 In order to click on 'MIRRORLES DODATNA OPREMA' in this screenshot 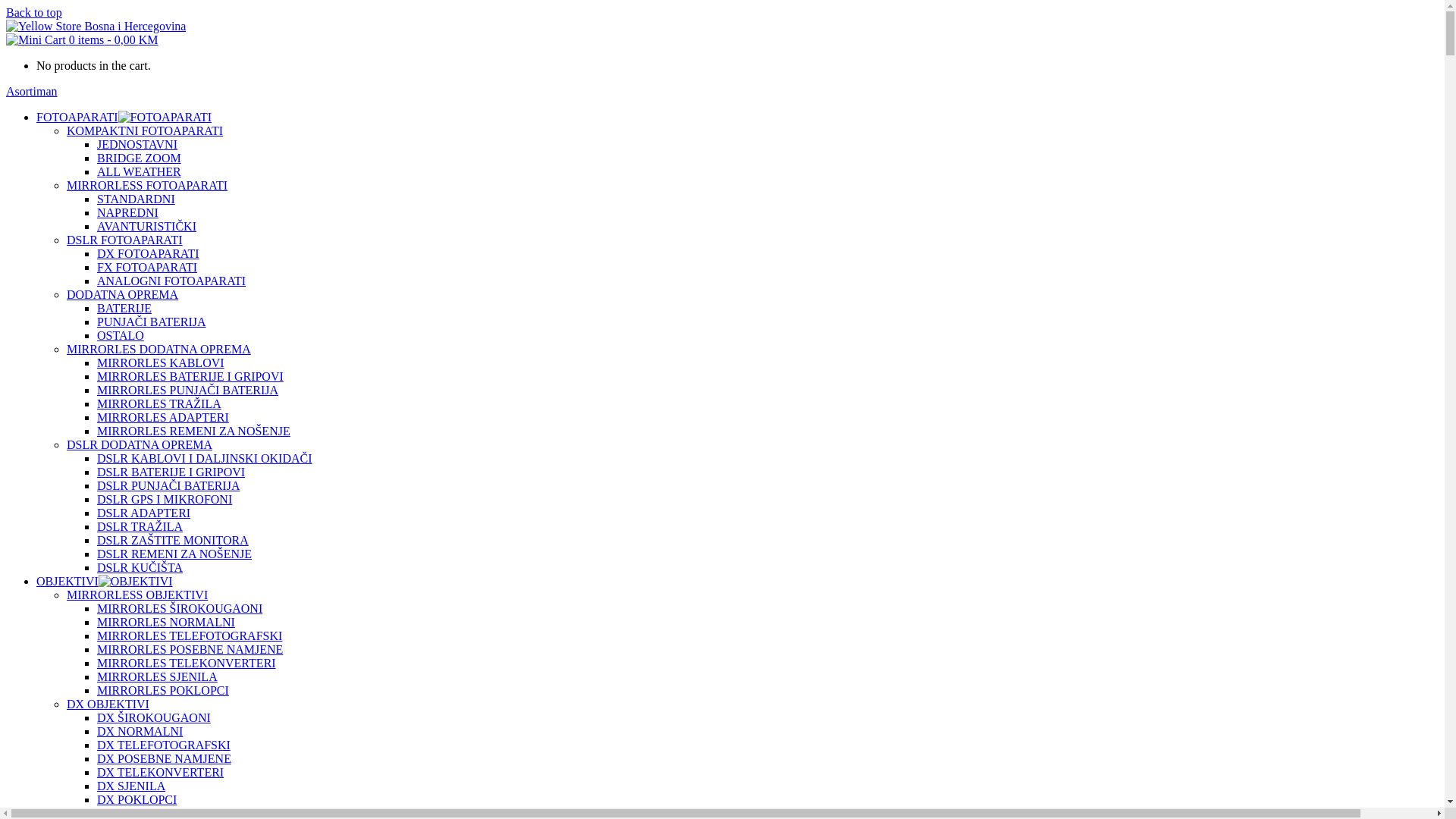, I will do `click(158, 349)`.